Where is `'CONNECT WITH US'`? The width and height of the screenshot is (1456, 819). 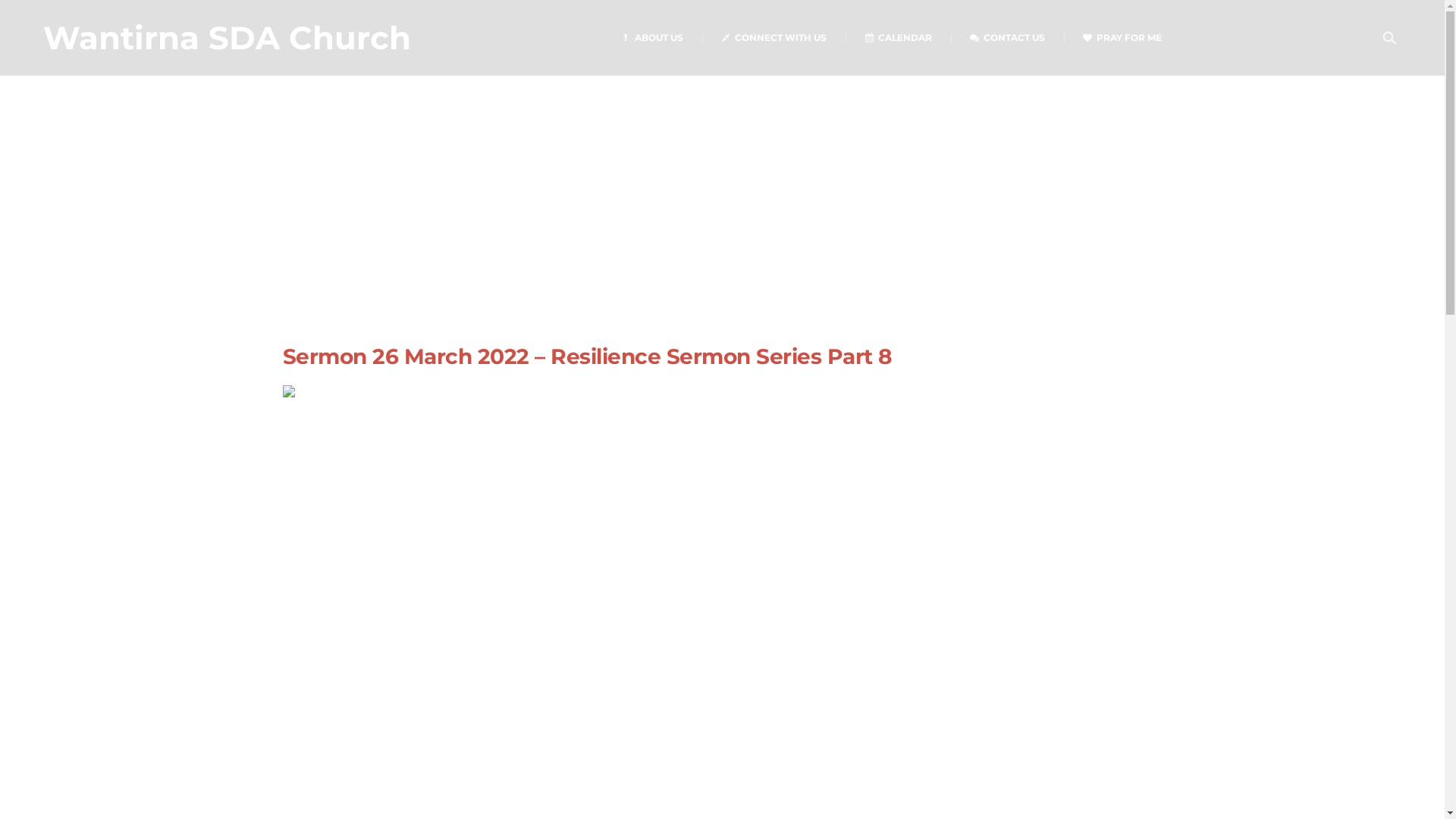 'CONNECT WITH US' is located at coordinates (773, 36).